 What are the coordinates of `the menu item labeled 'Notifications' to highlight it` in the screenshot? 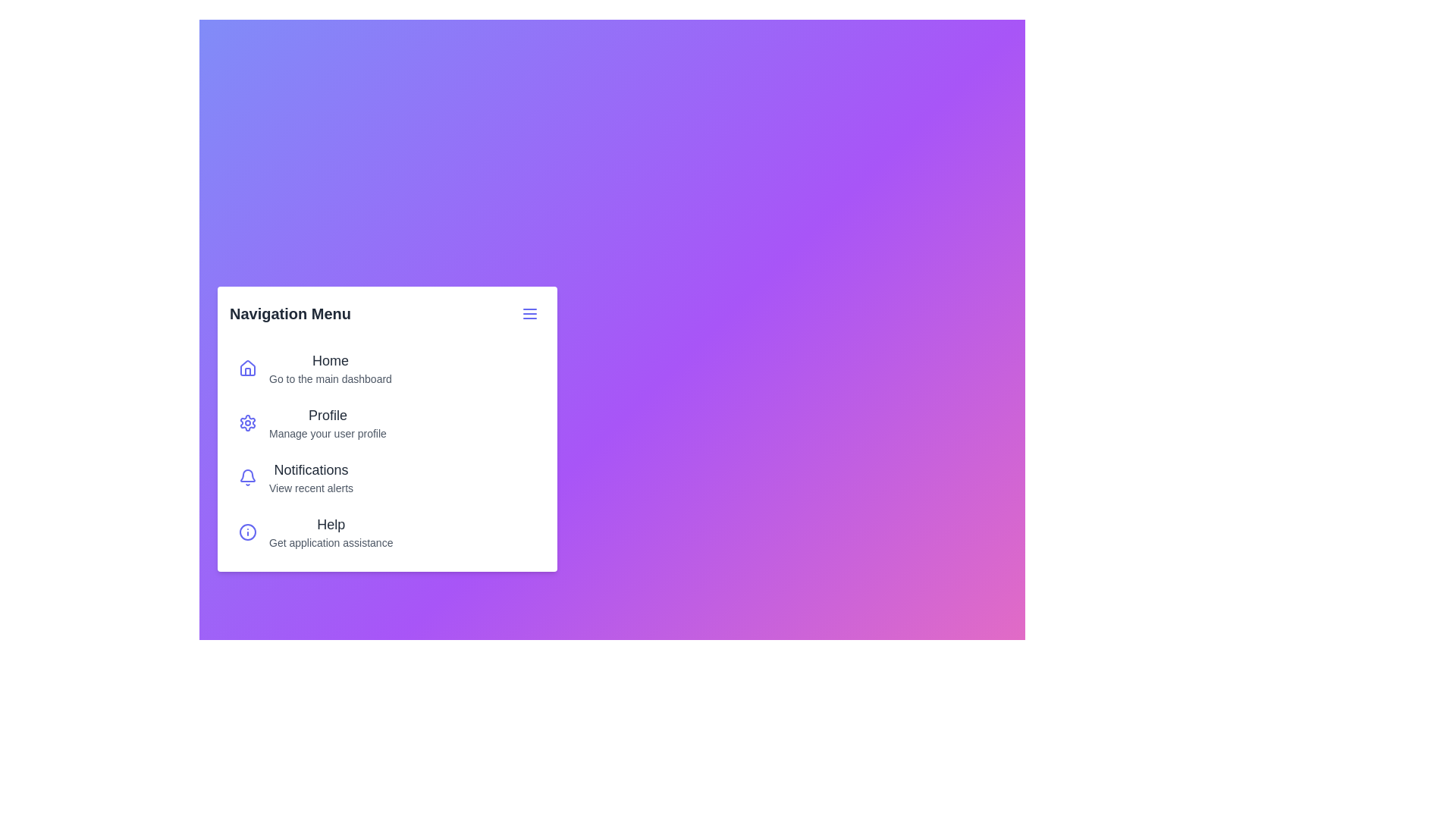 It's located at (247, 476).